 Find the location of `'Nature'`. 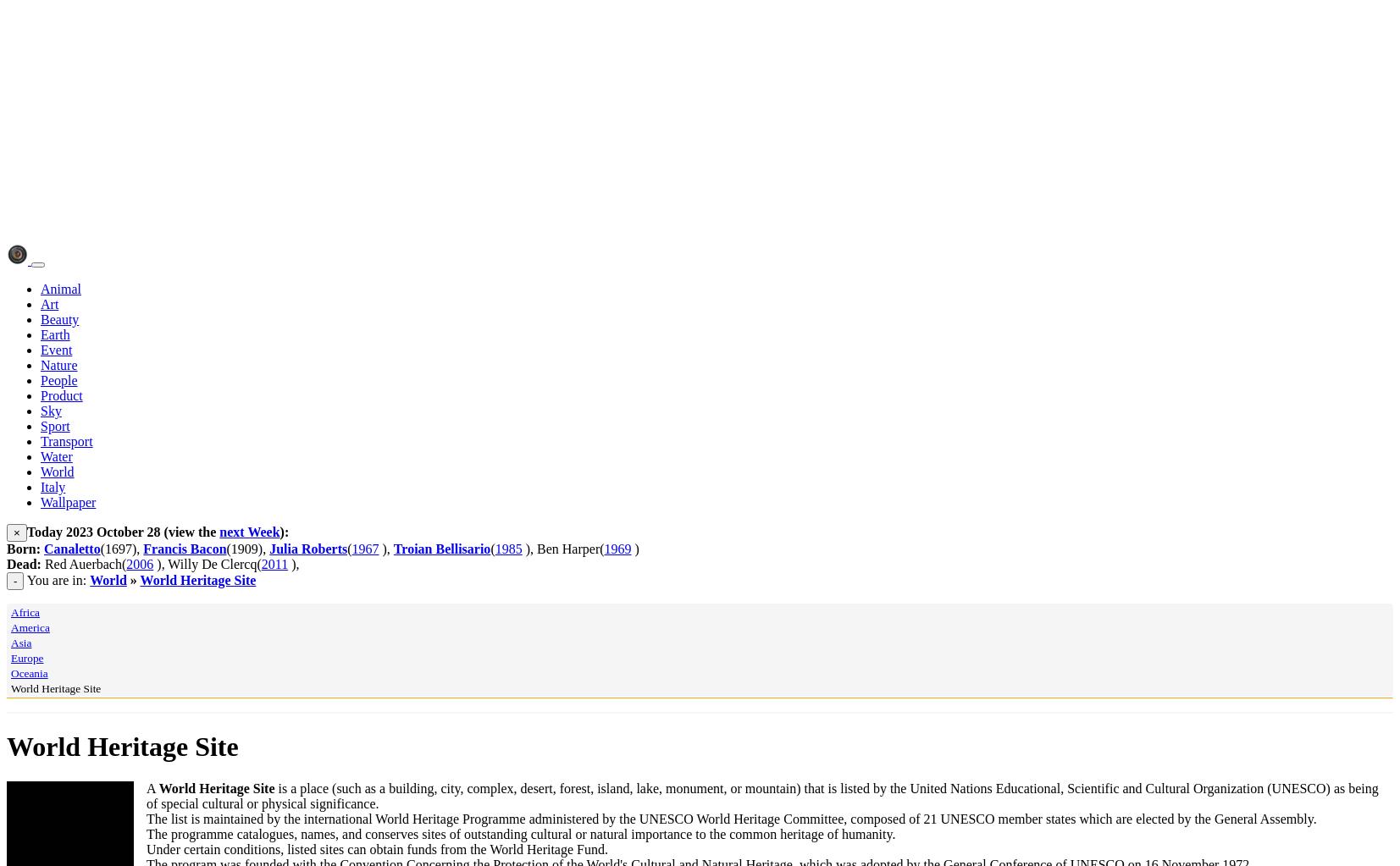

'Nature' is located at coordinates (58, 365).